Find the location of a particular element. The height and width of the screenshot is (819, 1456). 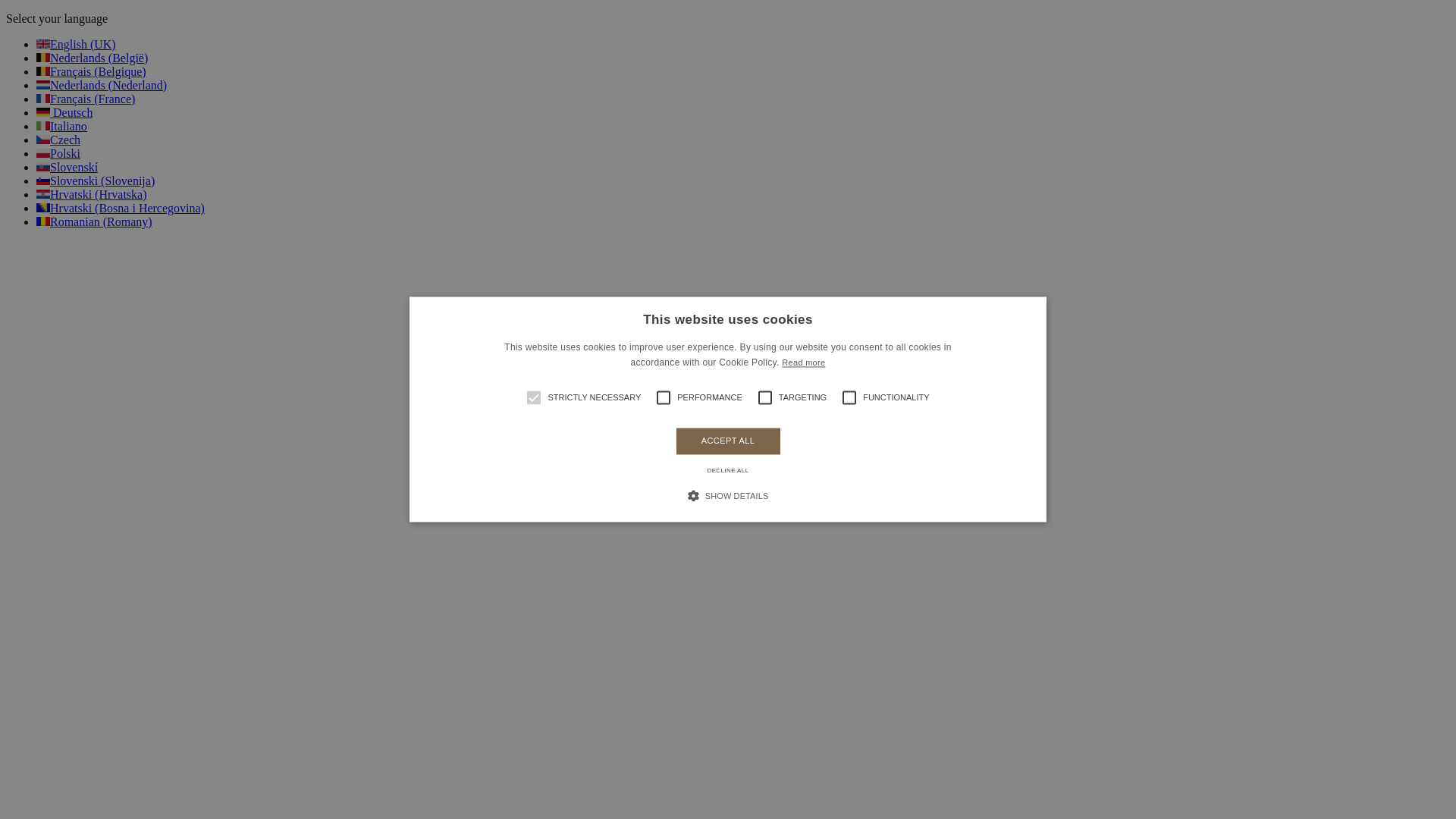

'Deutsch' is located at coordinates (64, 111).